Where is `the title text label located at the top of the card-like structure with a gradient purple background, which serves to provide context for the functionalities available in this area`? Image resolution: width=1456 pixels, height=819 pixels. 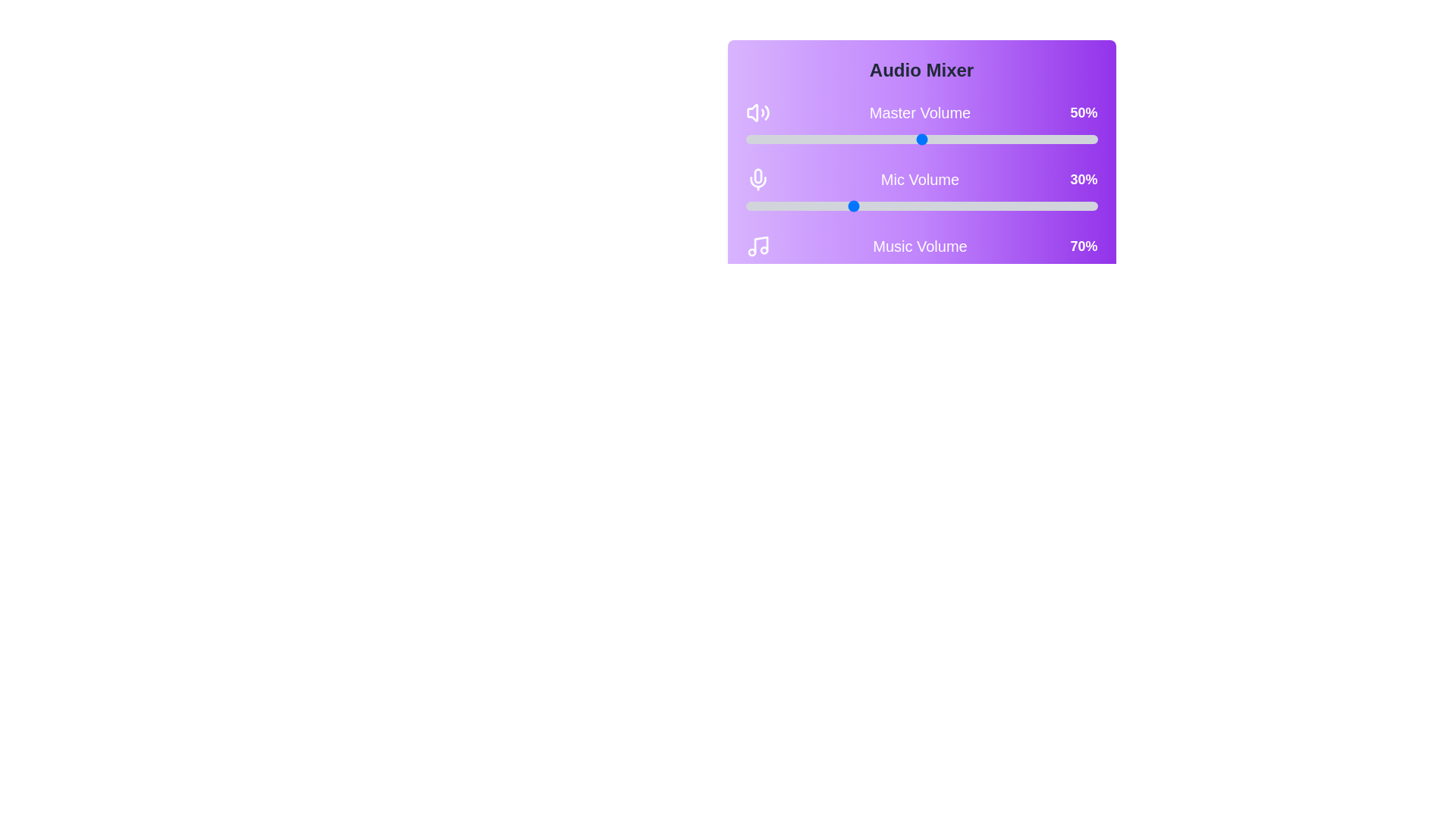
the title text label located at the top of the card-like structure with a gradient purple background, which serves to provide context for the functionalities available in this area is located at coordinates (921, 70).